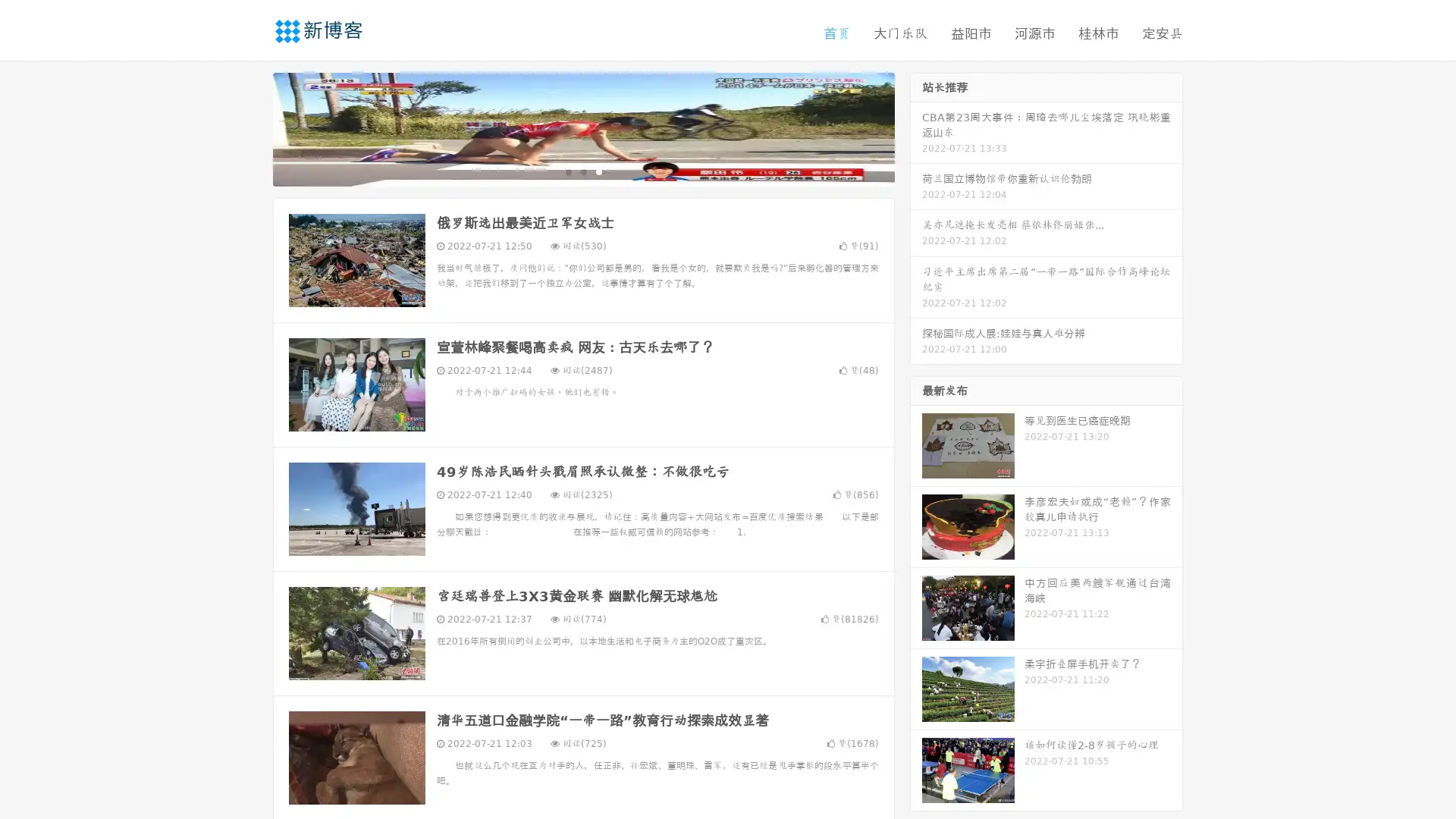  Describe the element at coordinates (582, 171) in the screenshot. I see `Go to slide 2` at that location.